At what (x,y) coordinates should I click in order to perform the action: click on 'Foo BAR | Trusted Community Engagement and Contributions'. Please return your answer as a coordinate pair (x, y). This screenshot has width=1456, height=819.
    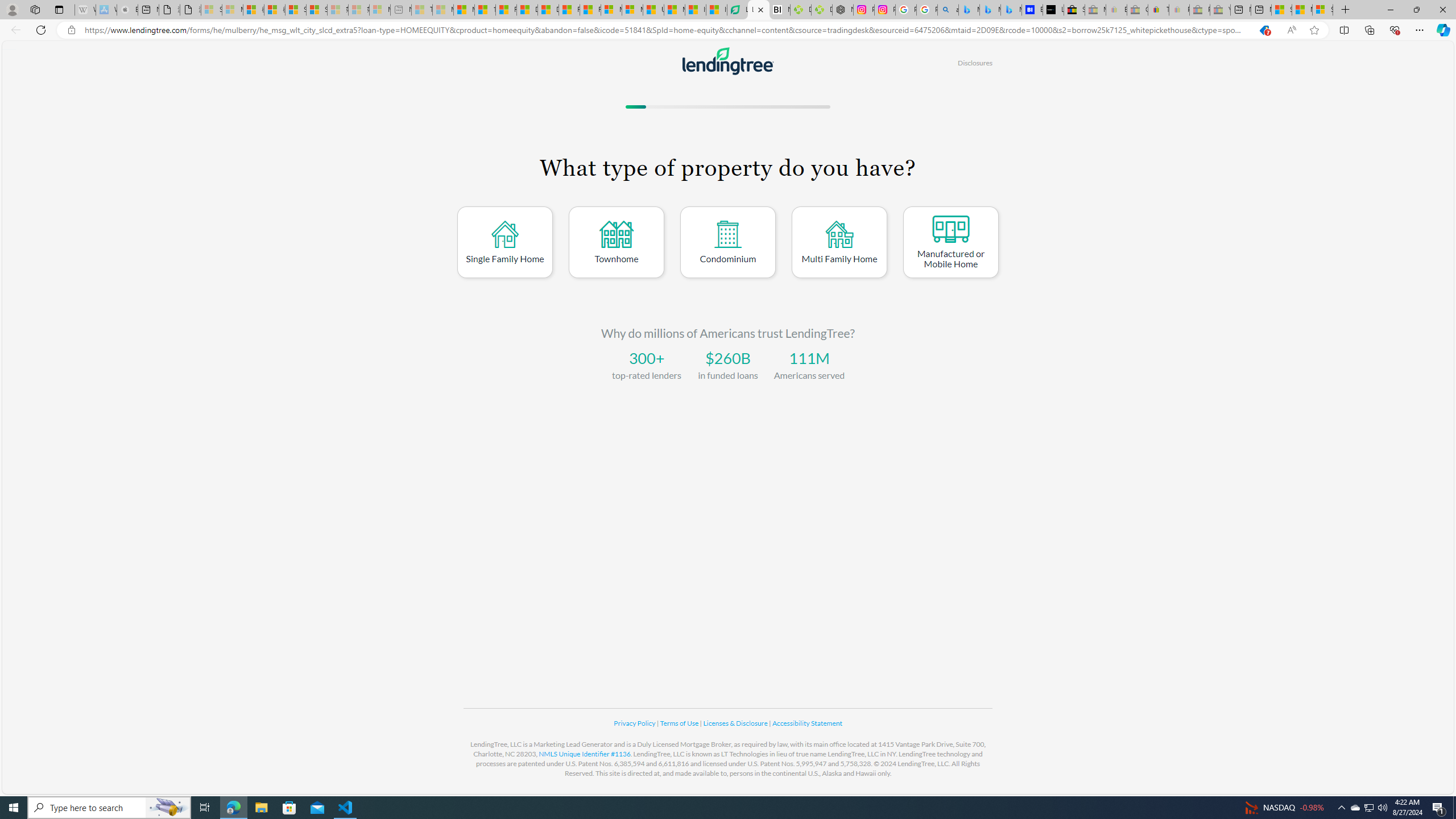
    Looking at the image, I should click on (590, 9).